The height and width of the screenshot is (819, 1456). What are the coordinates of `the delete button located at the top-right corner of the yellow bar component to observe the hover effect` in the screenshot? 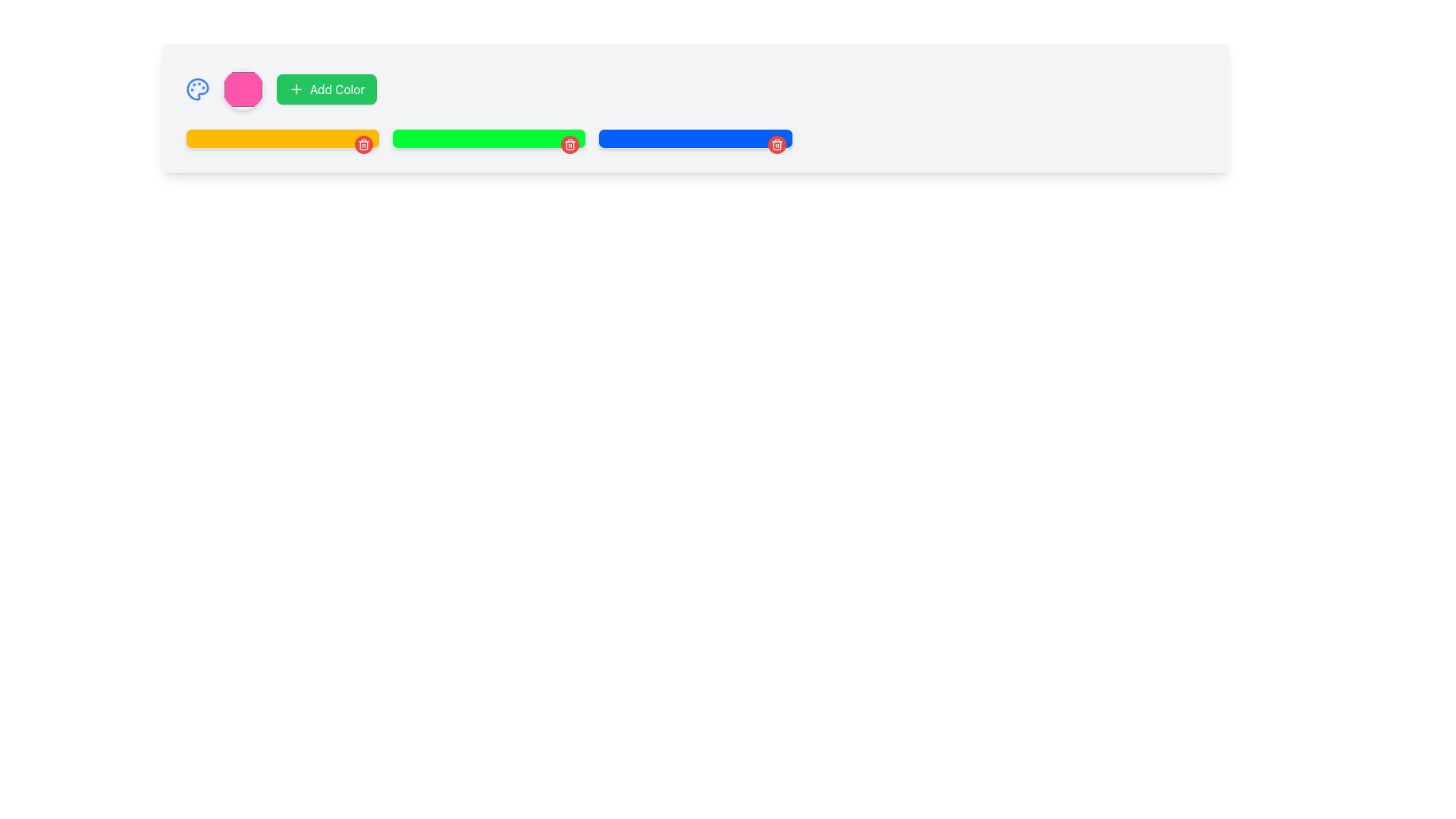 It's located at (364, 145).